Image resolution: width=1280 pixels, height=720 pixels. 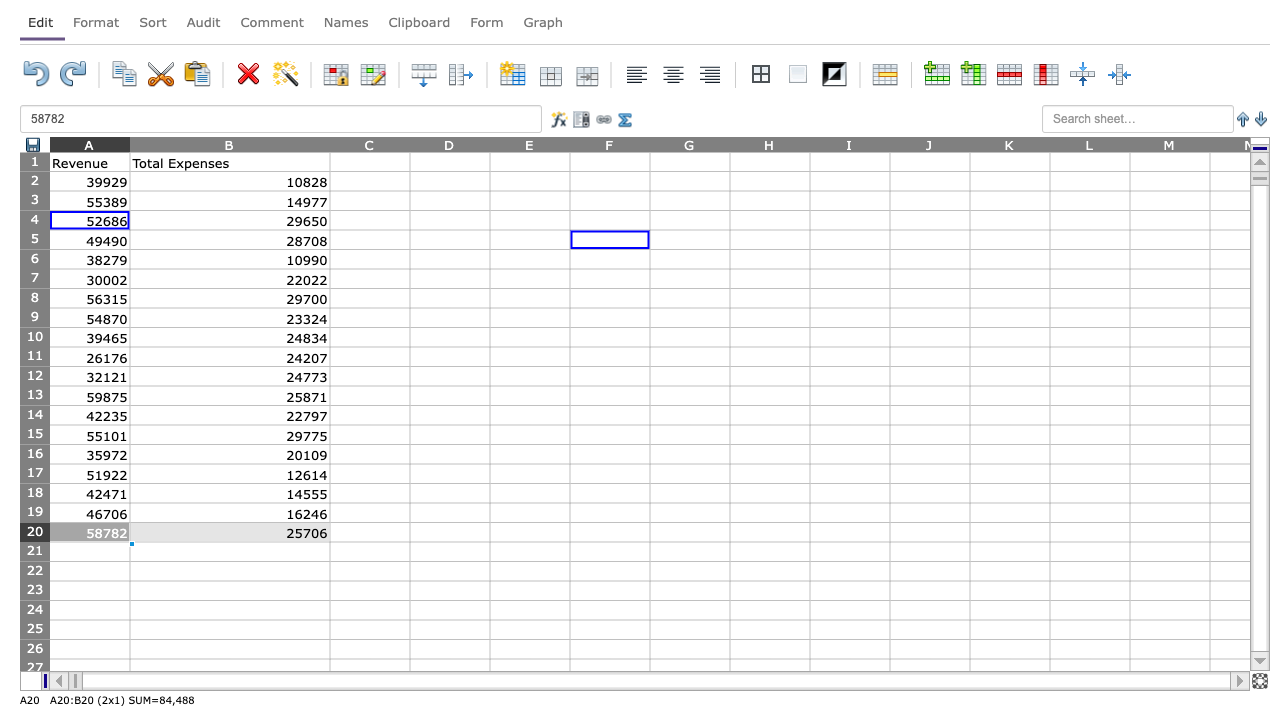 What do you see at coordinates (34, 551) in the screenshot?
I see `Move cursor to row 21` at bounding box center [34, 551].